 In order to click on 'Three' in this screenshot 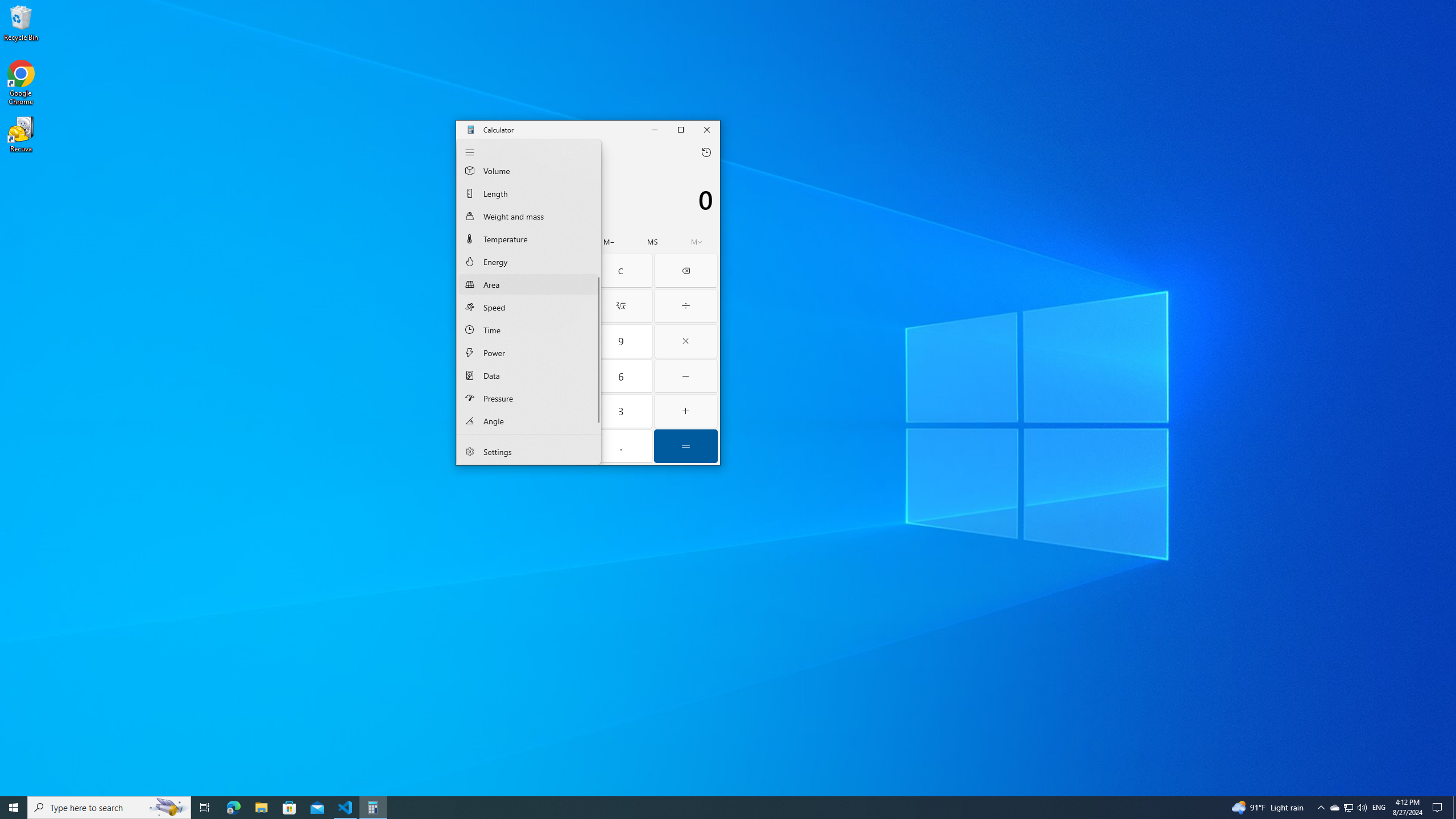, I will do `click(621, 410)`.